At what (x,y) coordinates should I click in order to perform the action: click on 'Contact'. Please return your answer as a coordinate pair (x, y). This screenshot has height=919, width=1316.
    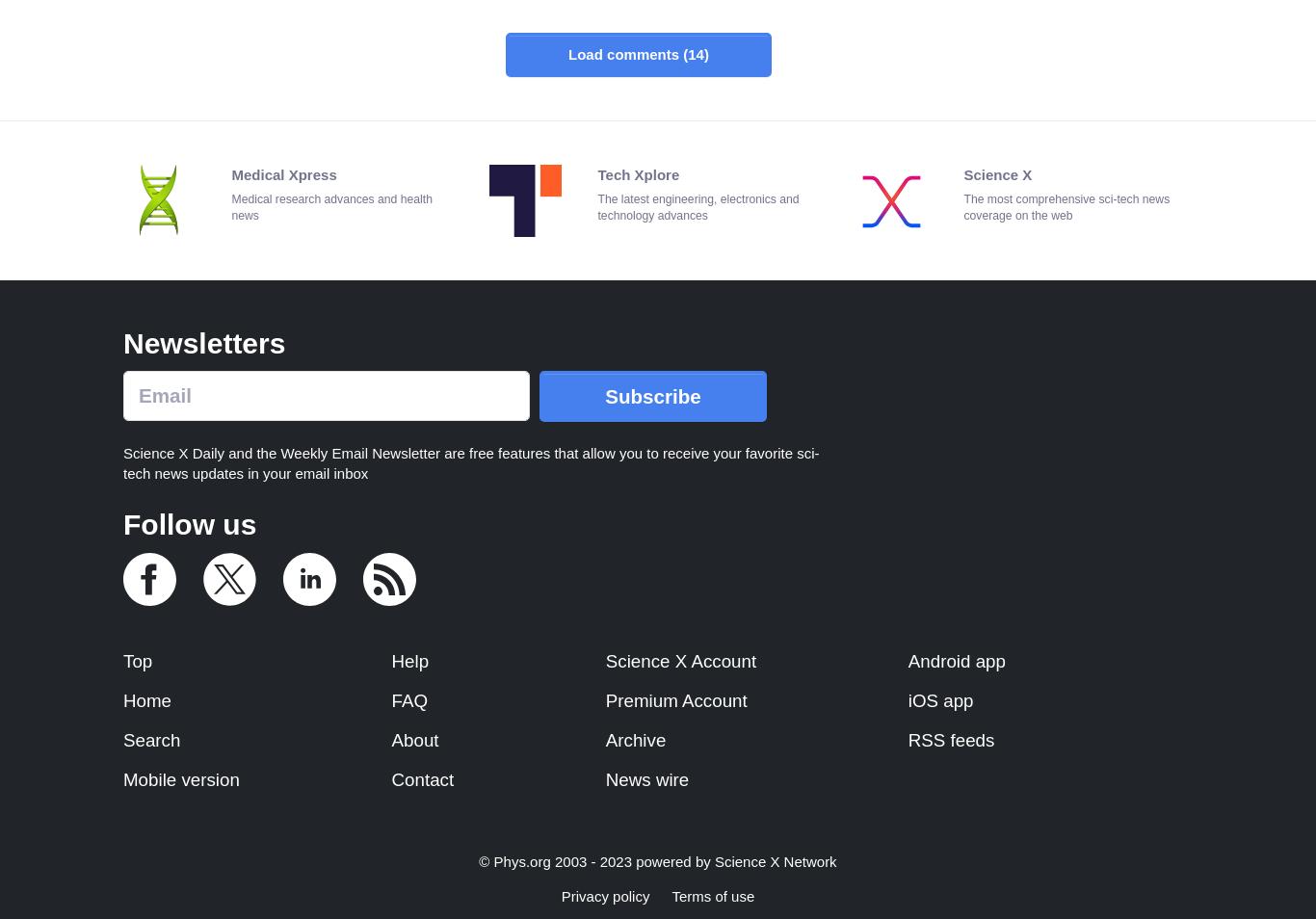
    Looking at the image, I should click on (389, 779).